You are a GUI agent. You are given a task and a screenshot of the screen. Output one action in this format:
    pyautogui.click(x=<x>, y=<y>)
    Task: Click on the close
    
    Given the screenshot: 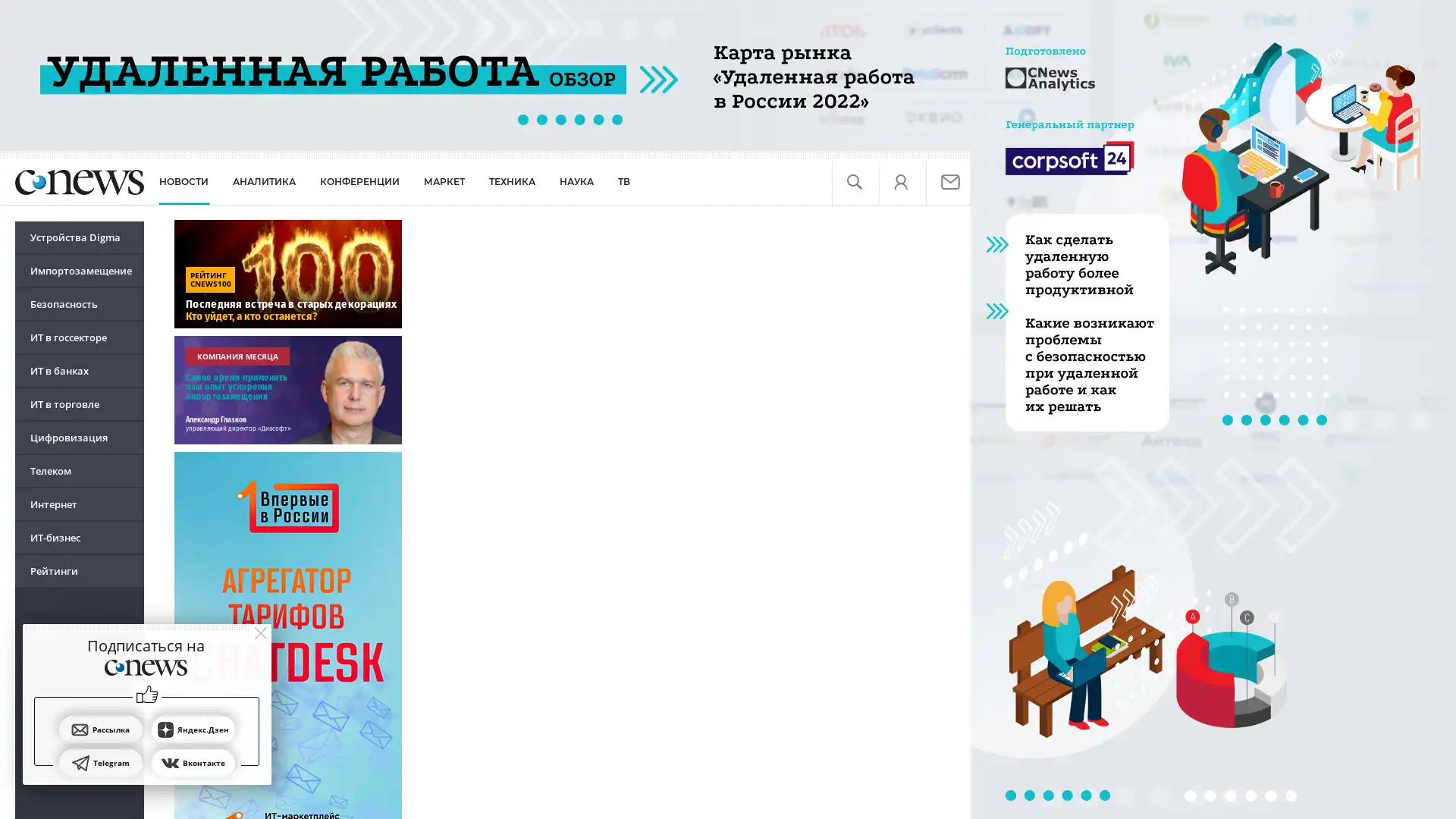 What is the action you would take?
    pyautogui.click(x=261, y=634)
    